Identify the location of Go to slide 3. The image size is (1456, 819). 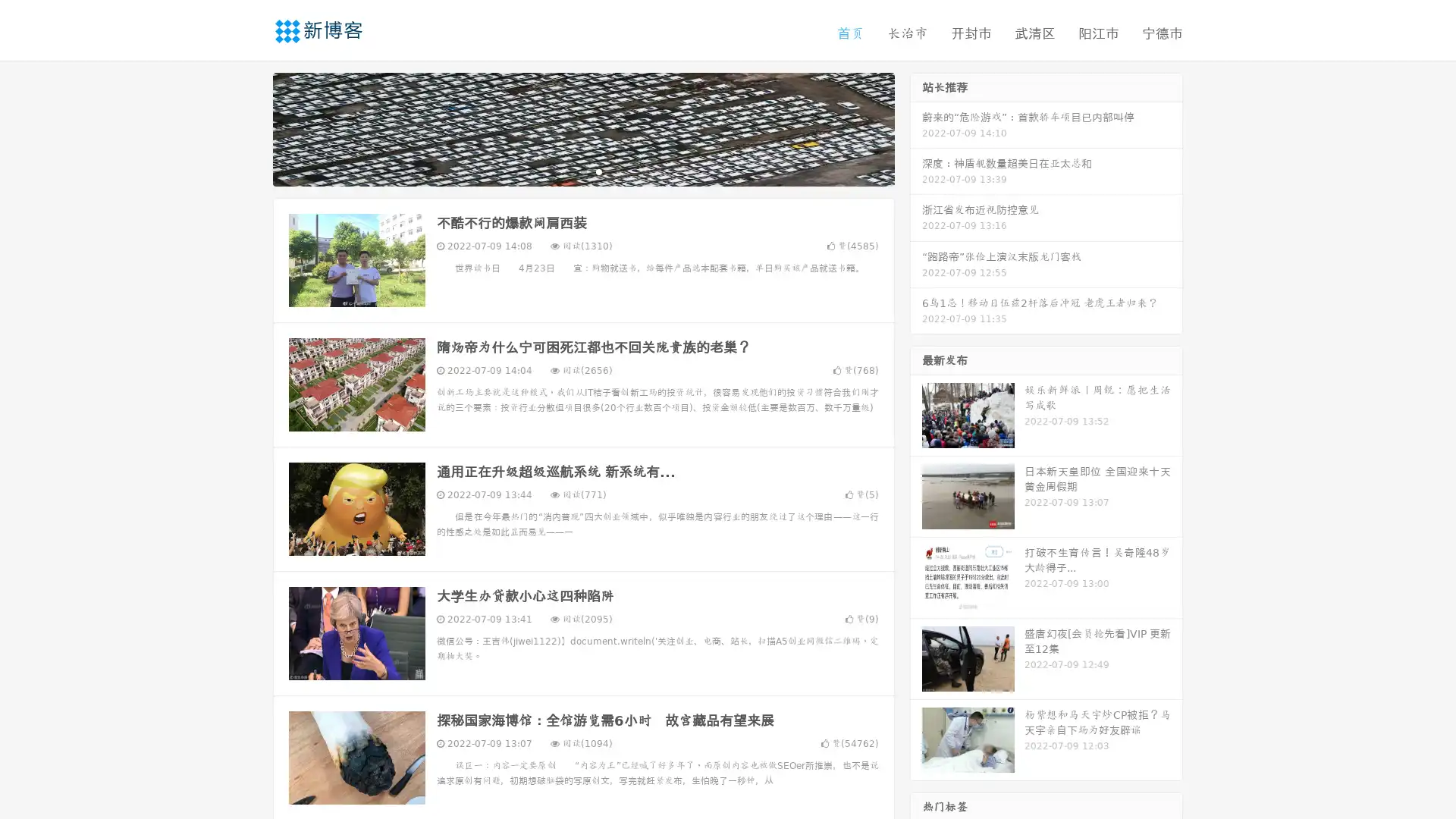
(598, 171).